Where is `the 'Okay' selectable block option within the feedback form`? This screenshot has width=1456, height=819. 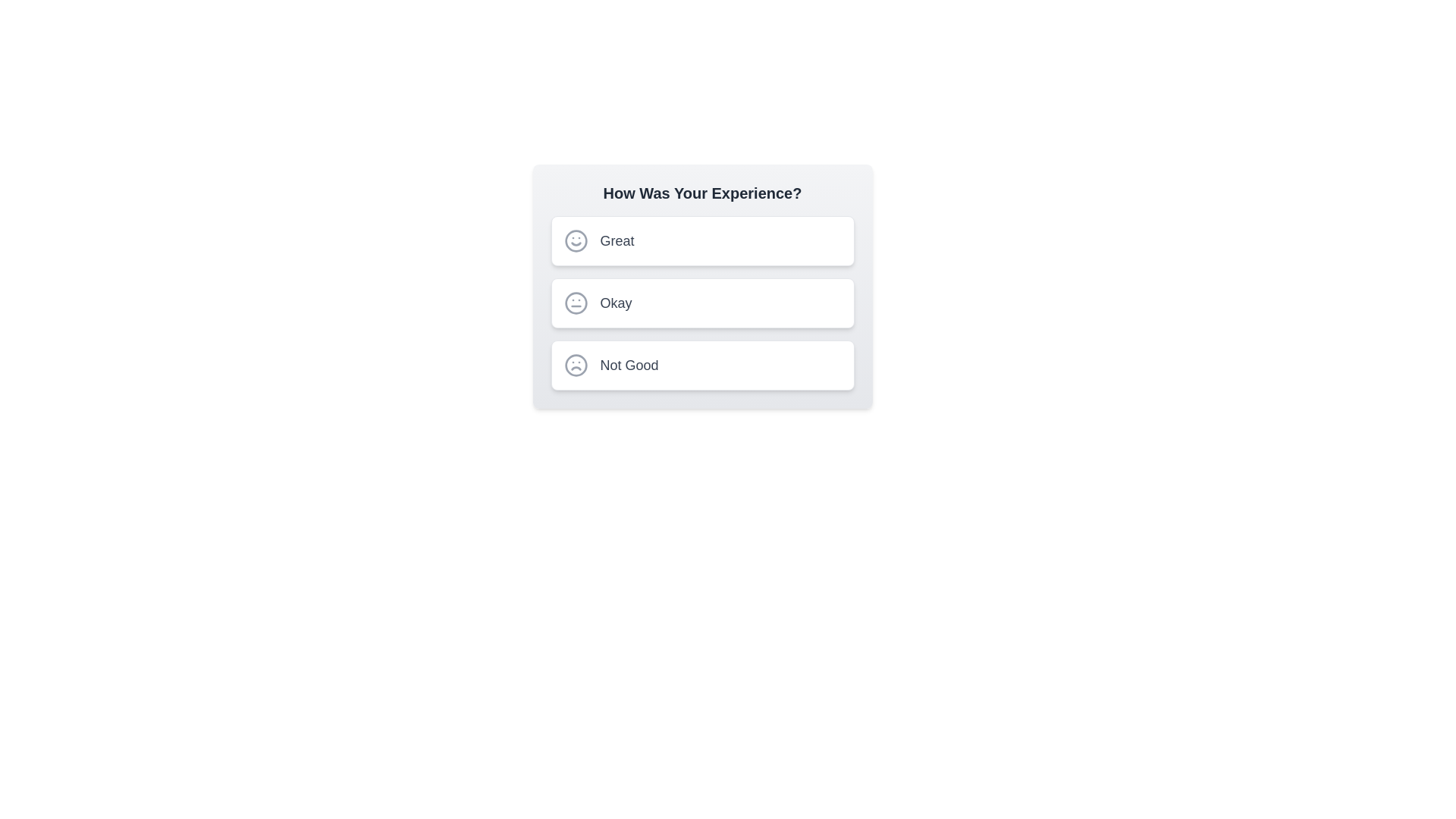 the 'Okay' selectable block option within the feedback form is located at coordinates (701, 303).